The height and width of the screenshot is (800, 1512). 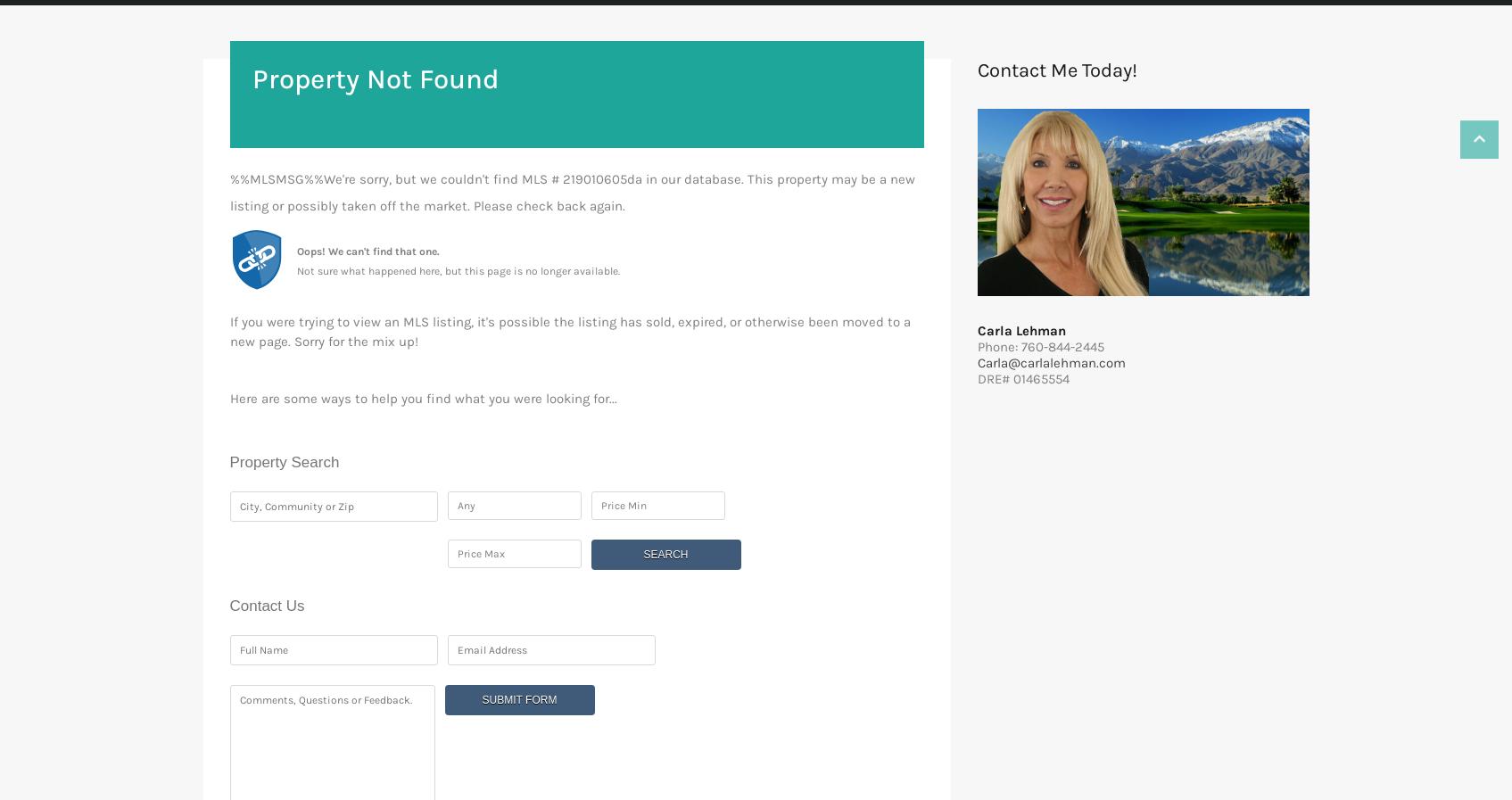 I want to click on 'Carla@carlalehman.com', so click(x=1051, y=361).